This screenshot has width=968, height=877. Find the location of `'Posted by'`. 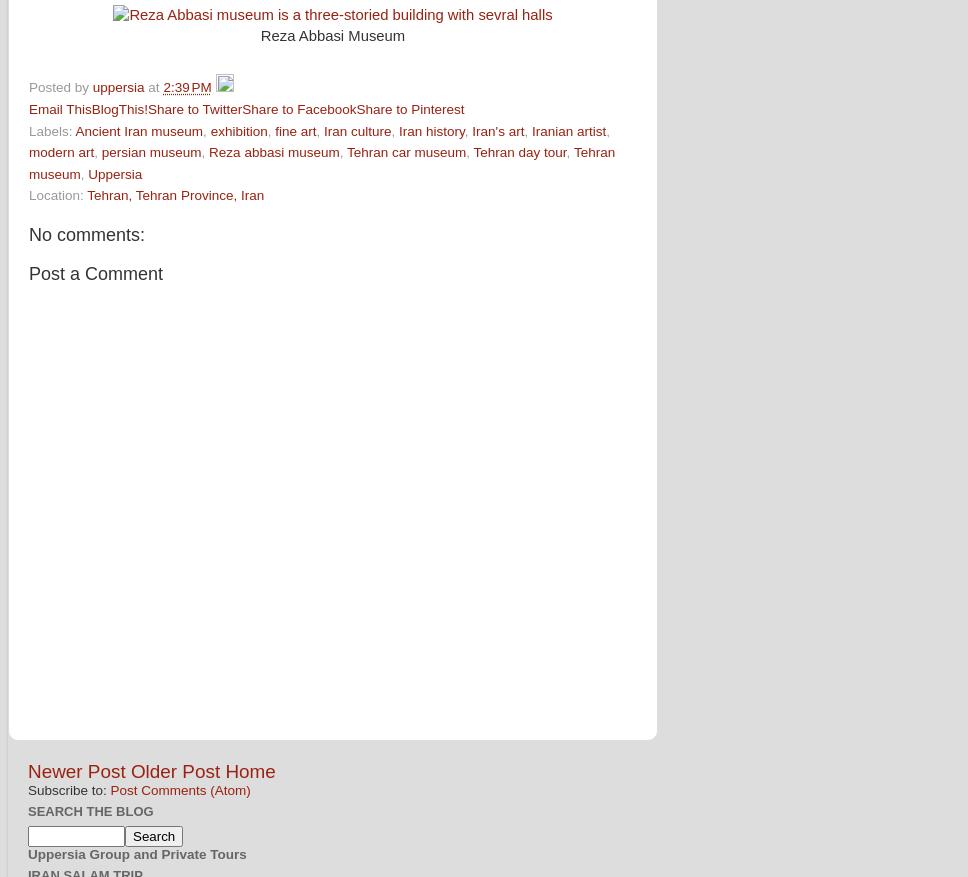

'Posted by' is located at coordinates (59, 87).